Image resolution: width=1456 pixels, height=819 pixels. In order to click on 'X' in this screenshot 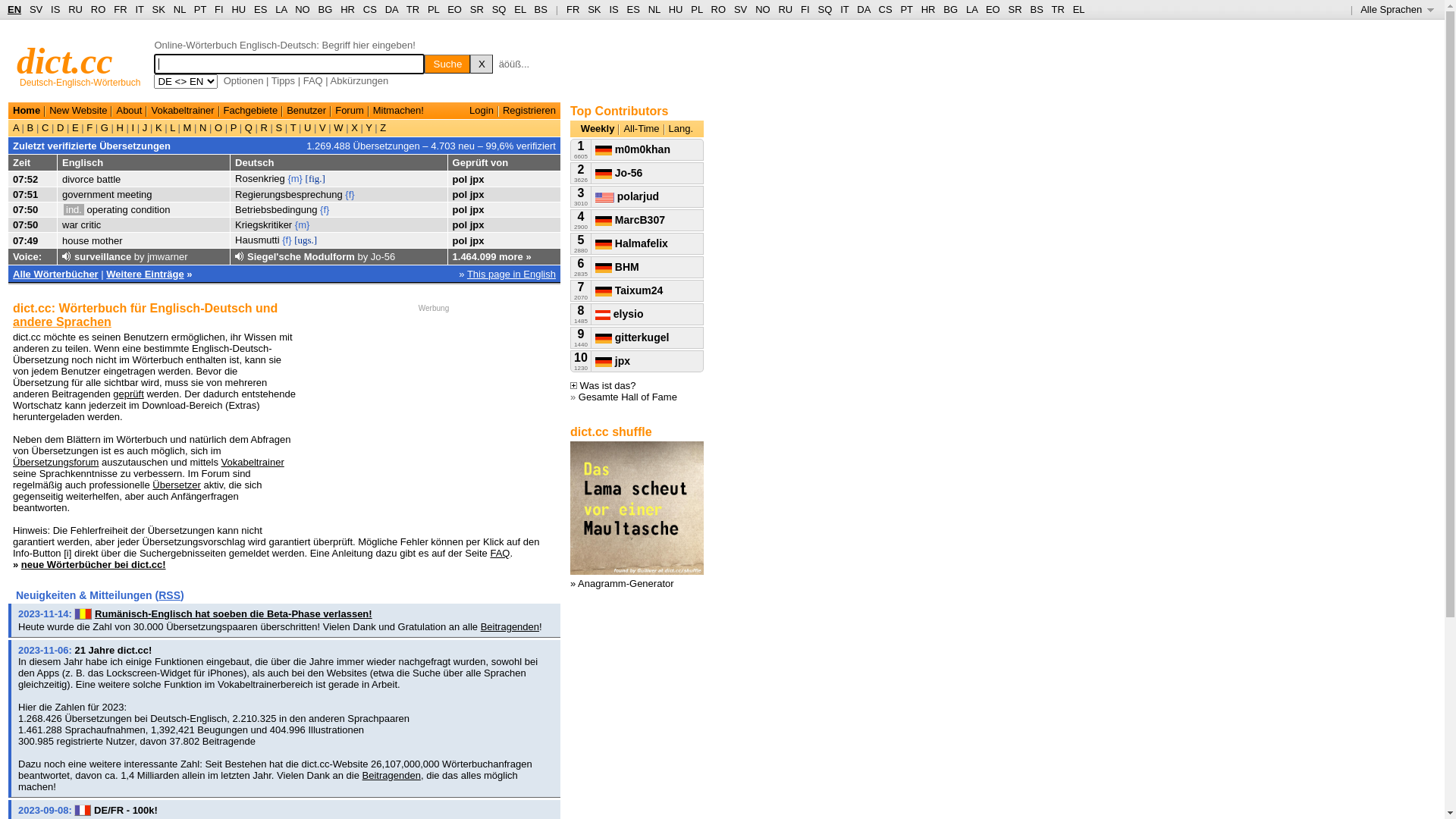, I will do `click(354, 127)`.